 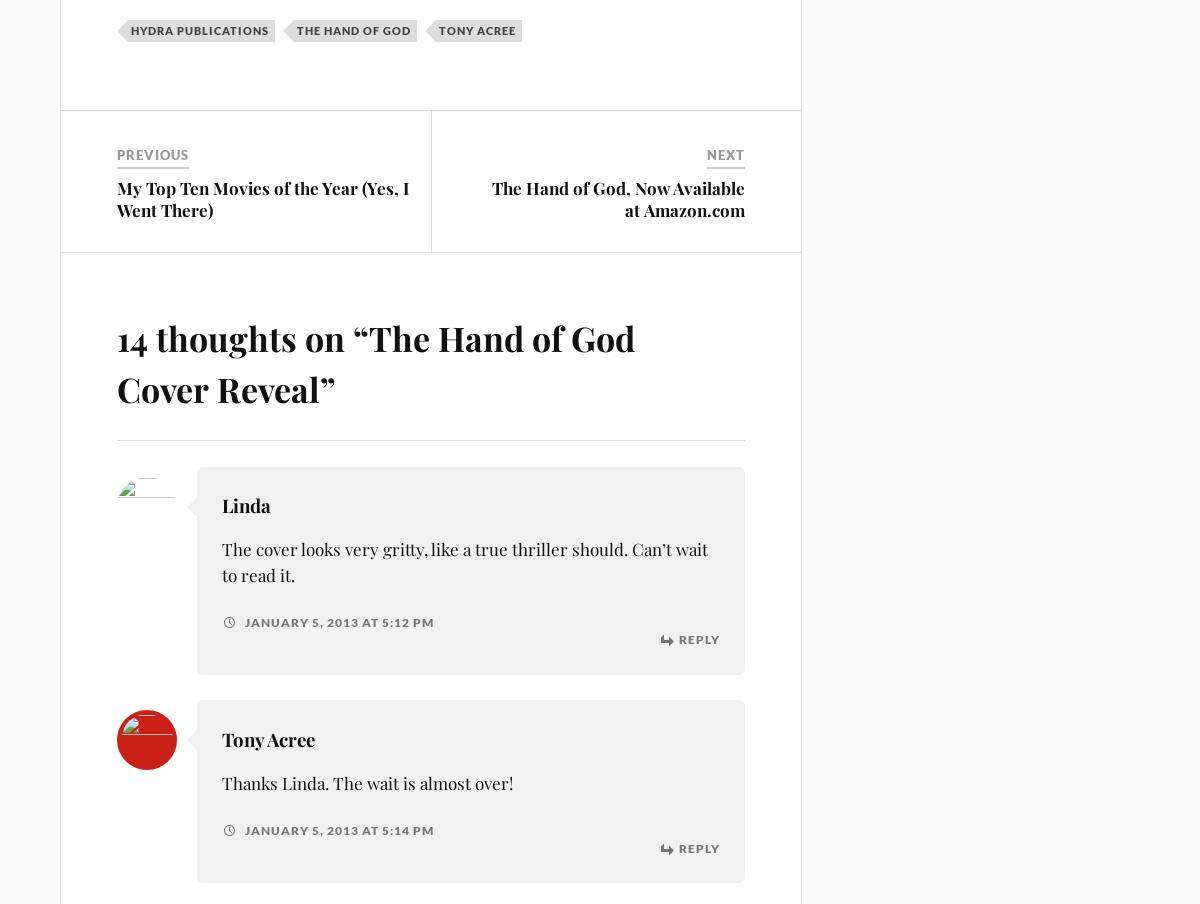 I want to click on 'Next', so click(x=726, y=154).